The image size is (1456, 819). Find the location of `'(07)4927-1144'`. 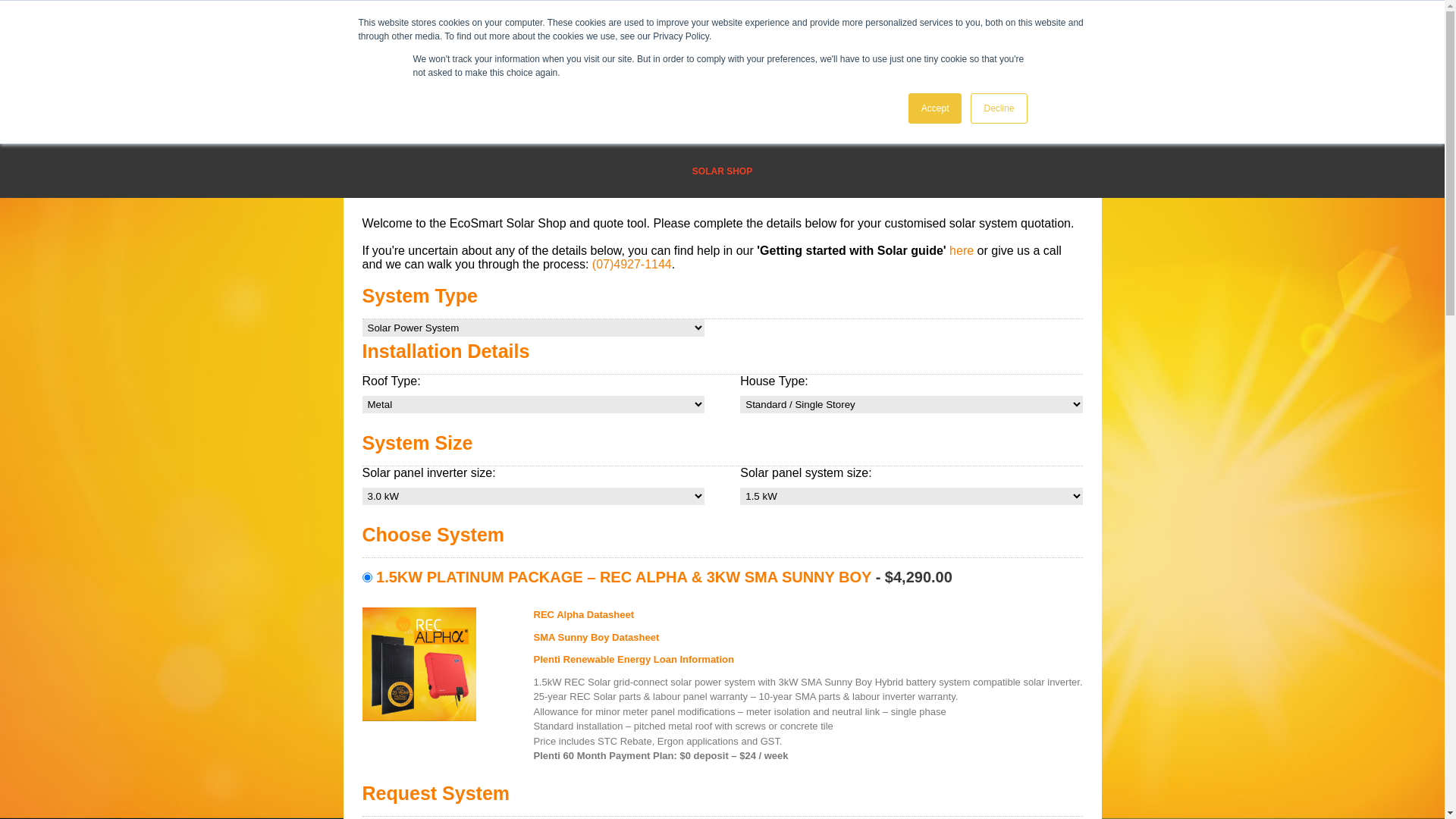

'(07)4927-1144' is located at coordinates (632, 263).